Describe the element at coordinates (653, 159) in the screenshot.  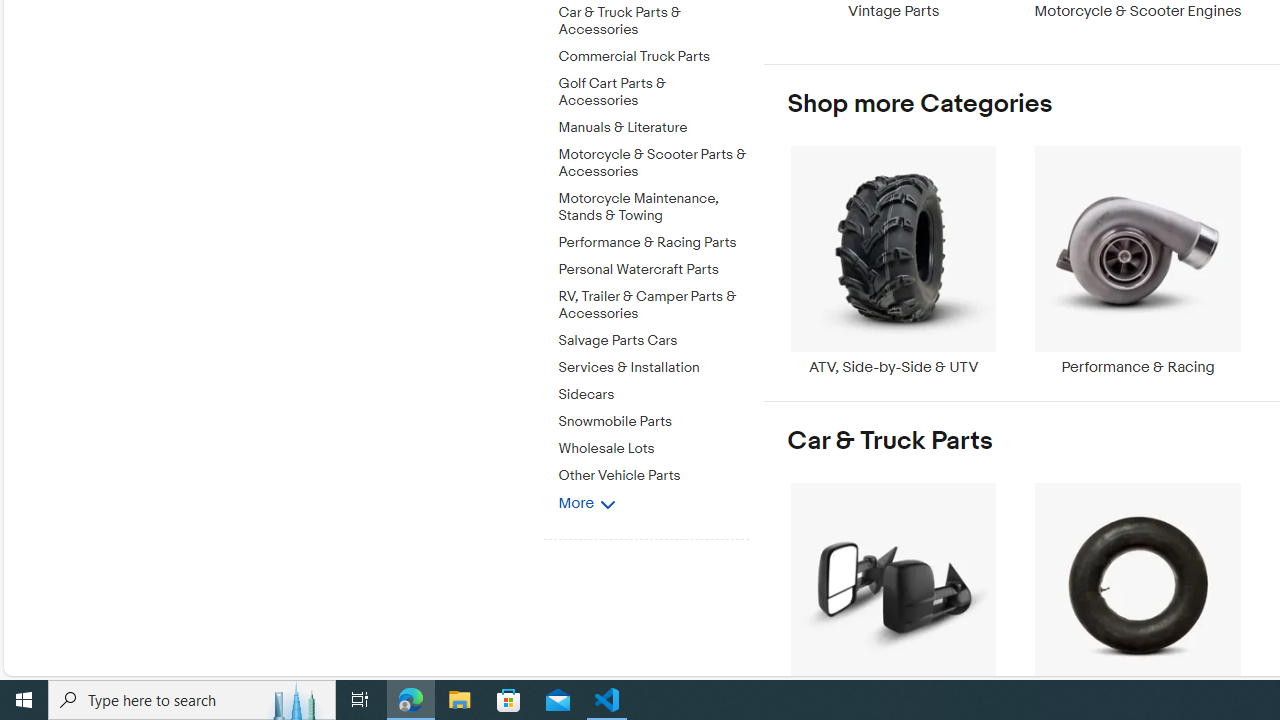
I see `'Motorcycle & Scooter Parts & Accessories'` at that location.